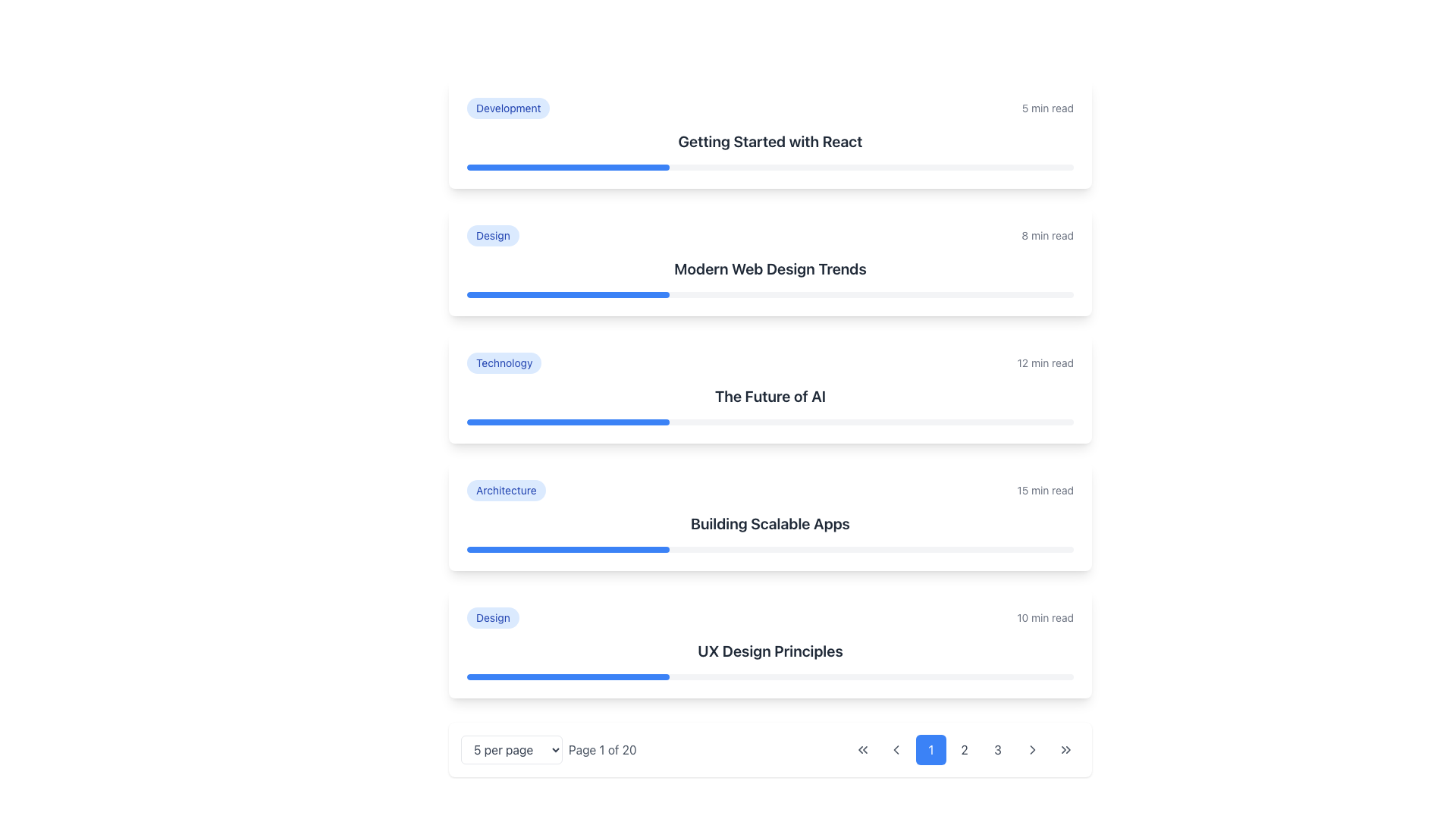 This screenshot has height=819, width=1456. I want to click on the navigation arrows on the pagination control bar located at the bottom of the display to change the page, so click(770, 748).